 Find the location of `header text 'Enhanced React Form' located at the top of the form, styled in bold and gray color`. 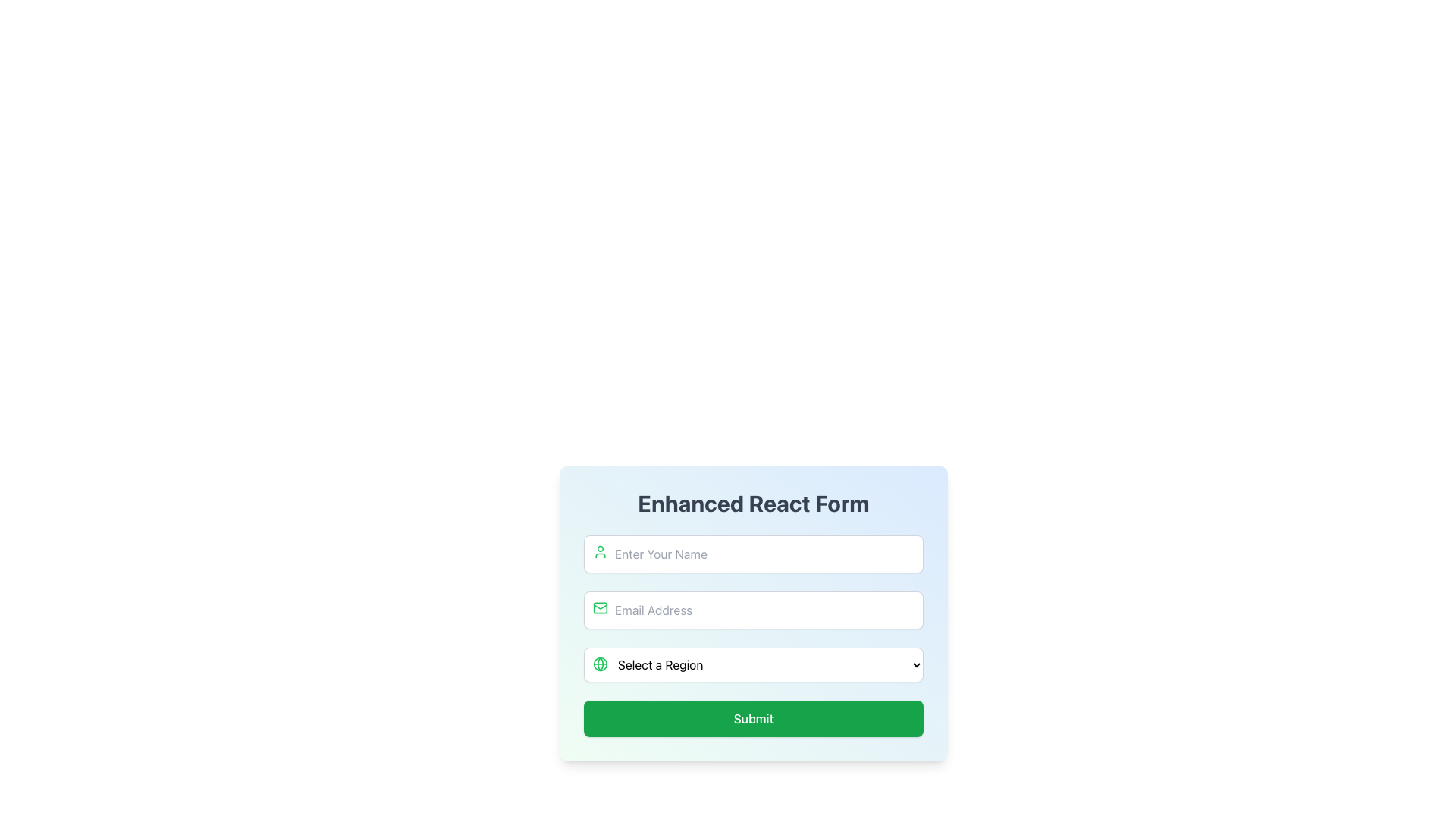

header text 'Enhanced React Form' located at the top of the form, styled in bold and gray color is located at coordinates (753, 503).